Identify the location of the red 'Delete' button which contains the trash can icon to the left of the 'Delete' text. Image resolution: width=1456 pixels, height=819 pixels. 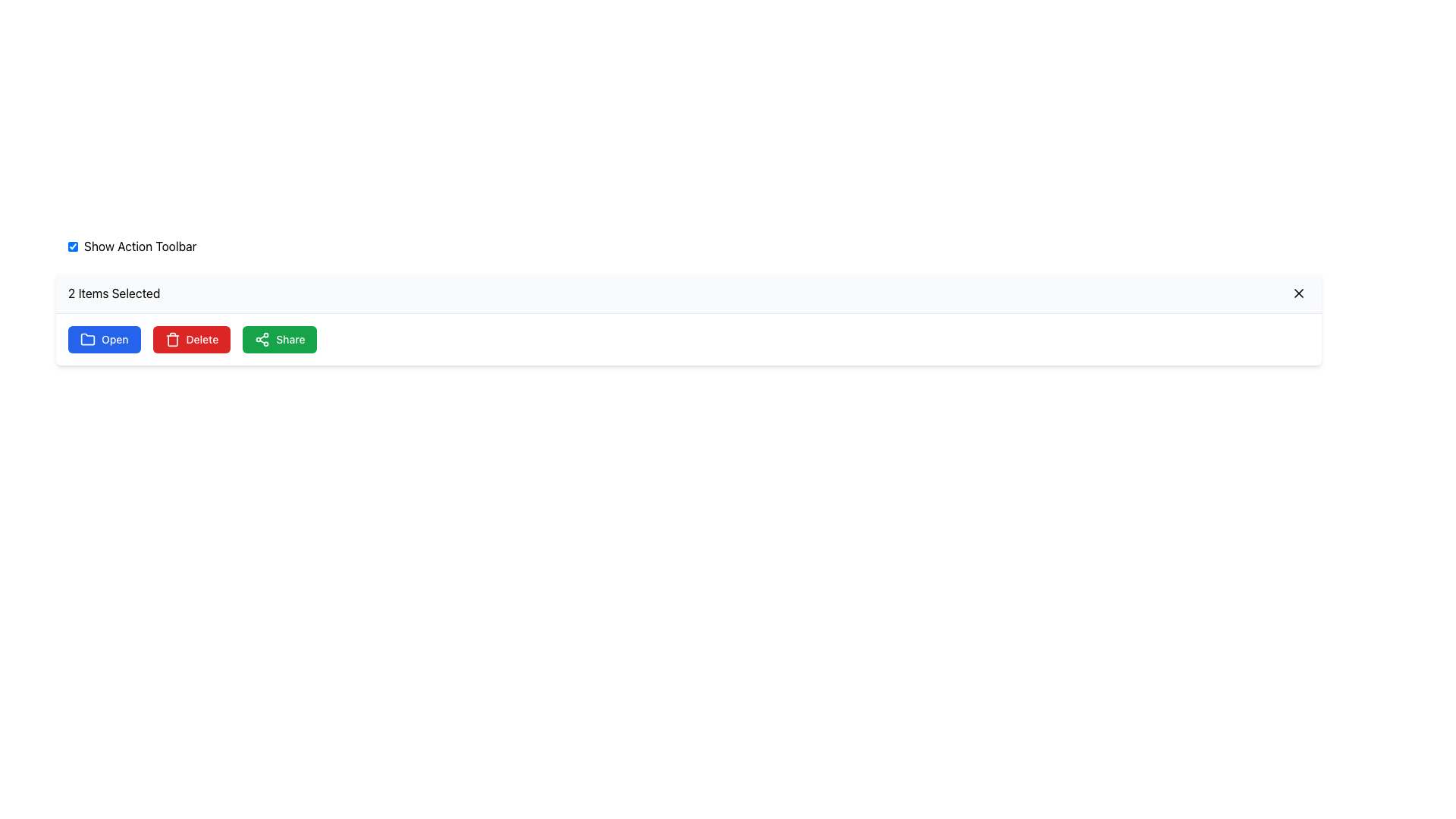
(172, 338).